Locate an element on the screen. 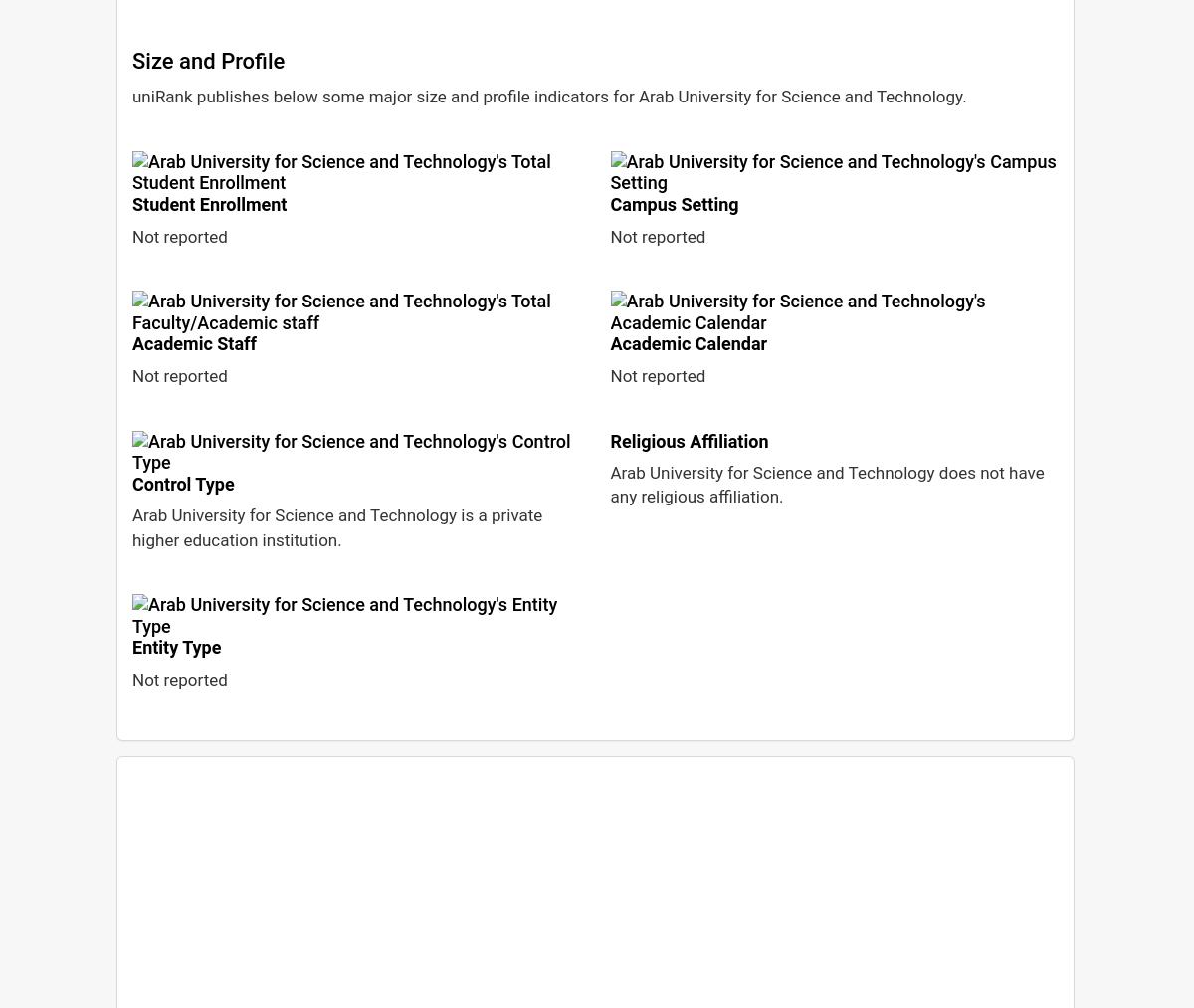  'Academic Calendar' is located at coordinates (689, 343).